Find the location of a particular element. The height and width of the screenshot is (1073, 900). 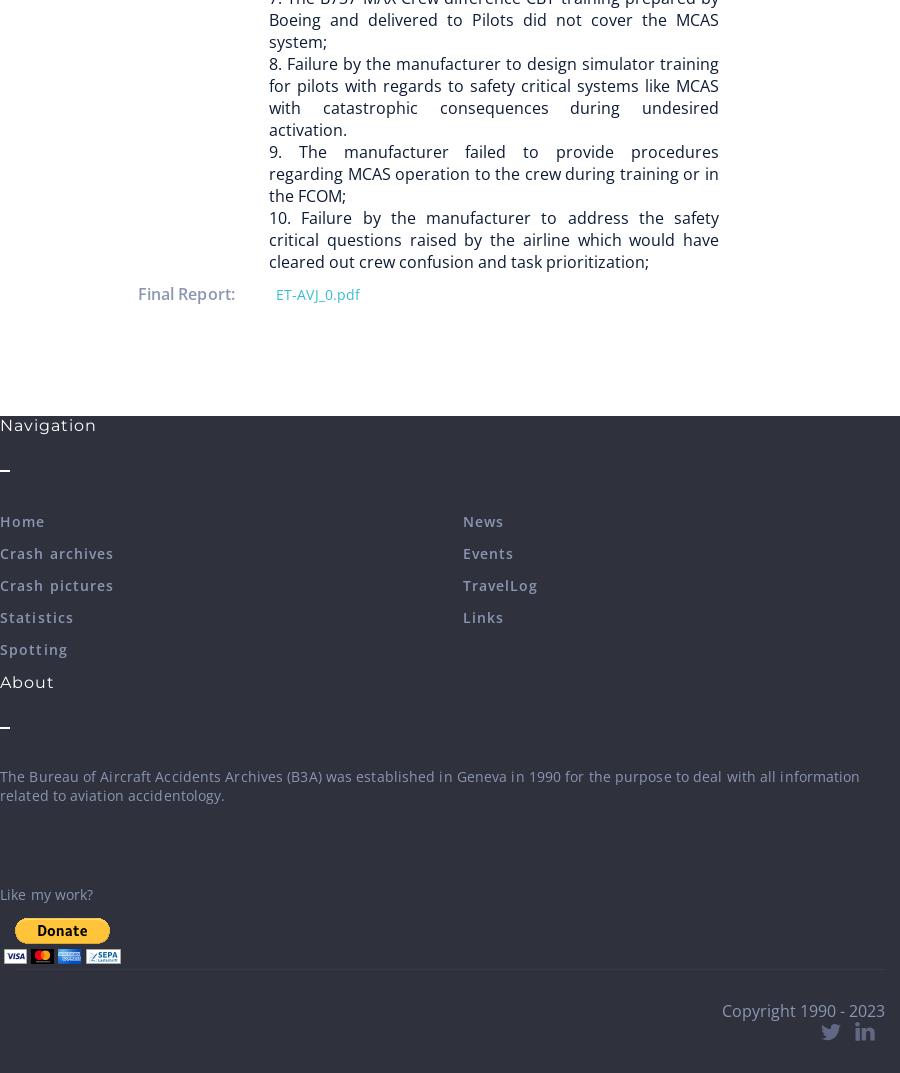

'The Bureau of Aircraft Accidents Archives (B3A) was established in Geneva in 1990 for the purpose to deal with all information related to aviation accidentology.' is located at coordinates (0, 785).